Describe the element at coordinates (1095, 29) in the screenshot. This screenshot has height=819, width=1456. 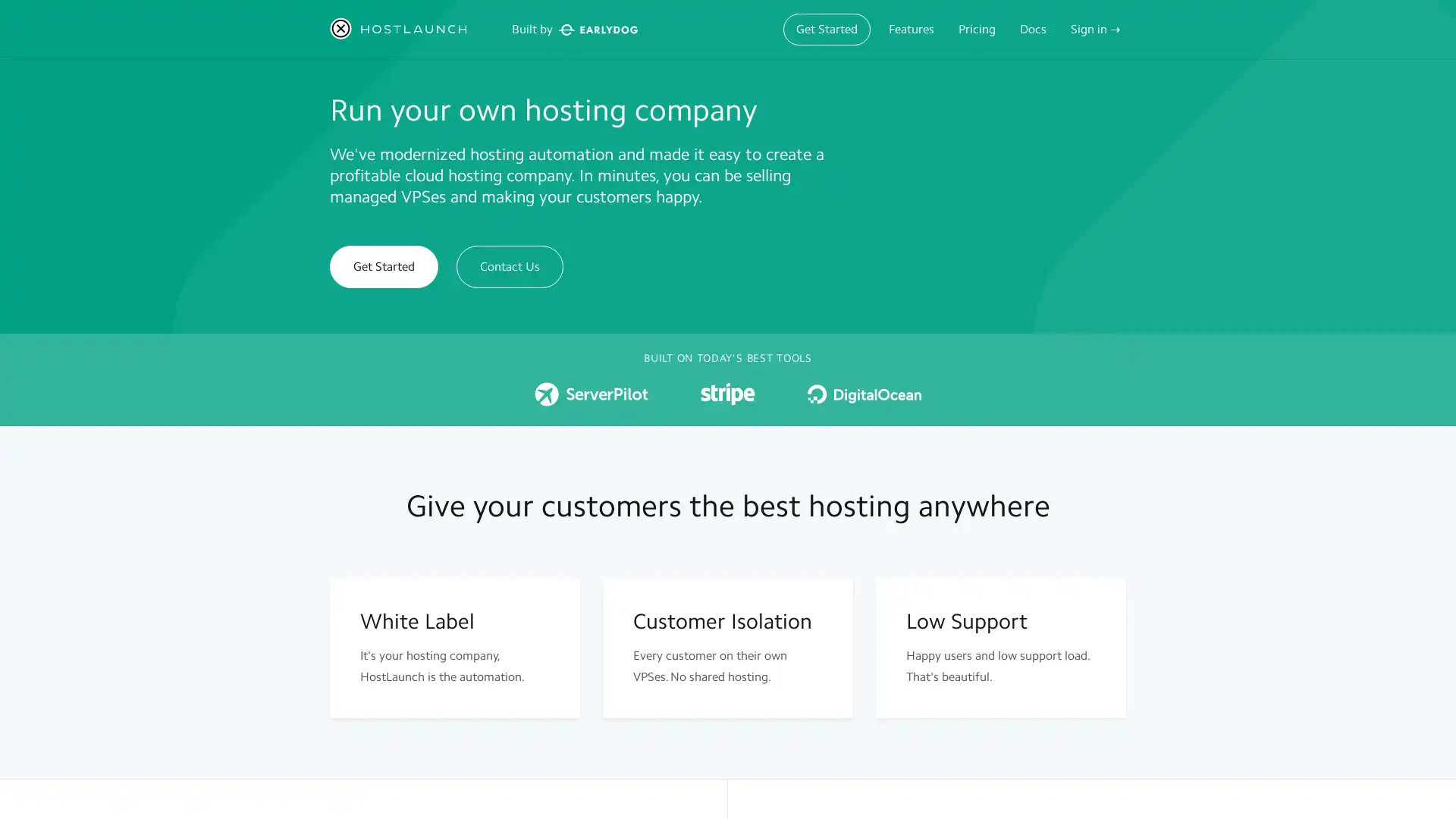
I see `Sign in` at that location.